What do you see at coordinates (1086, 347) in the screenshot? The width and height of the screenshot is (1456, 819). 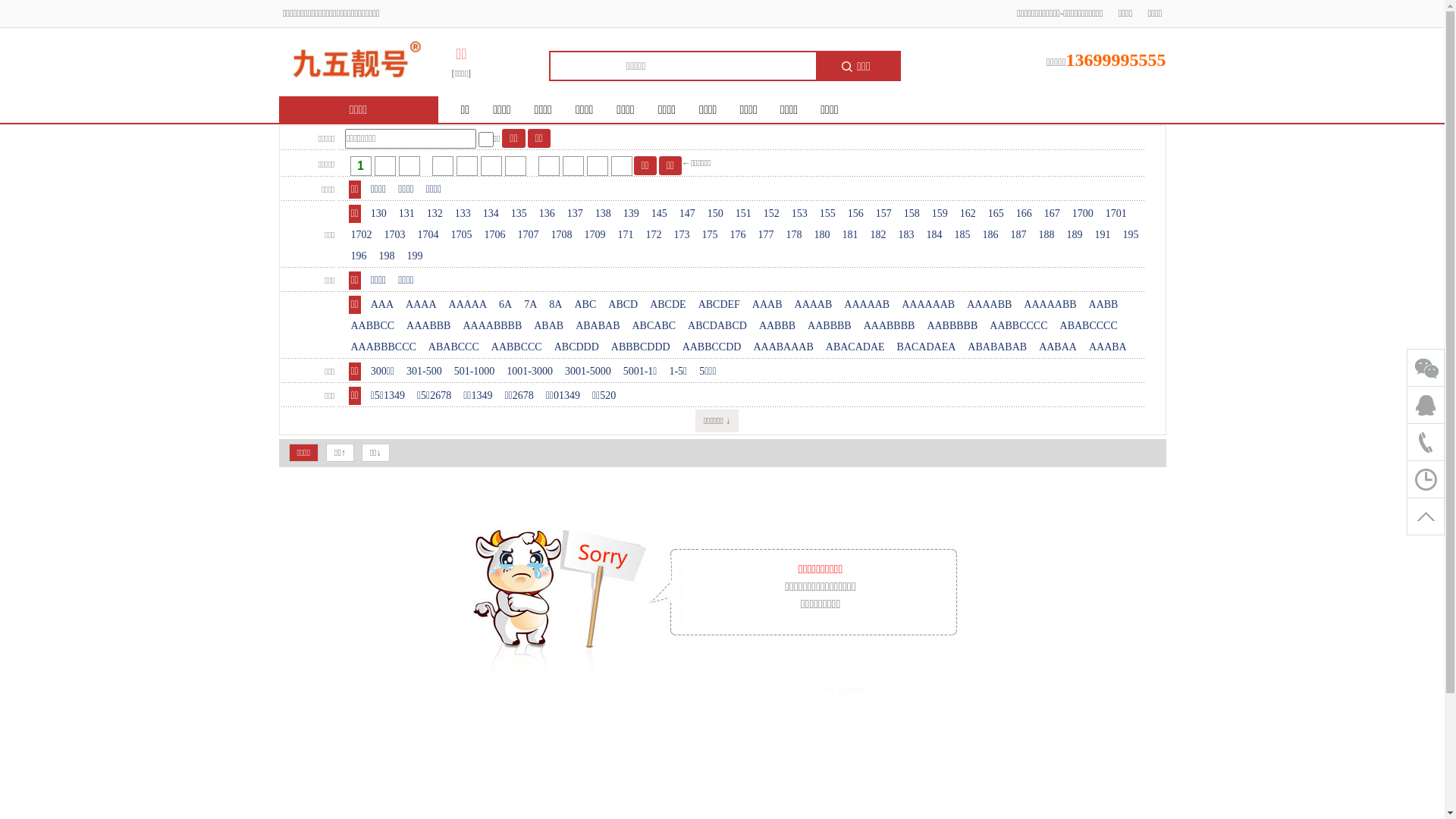 I see `'AAABA'` at bounding box center [1086, 347].